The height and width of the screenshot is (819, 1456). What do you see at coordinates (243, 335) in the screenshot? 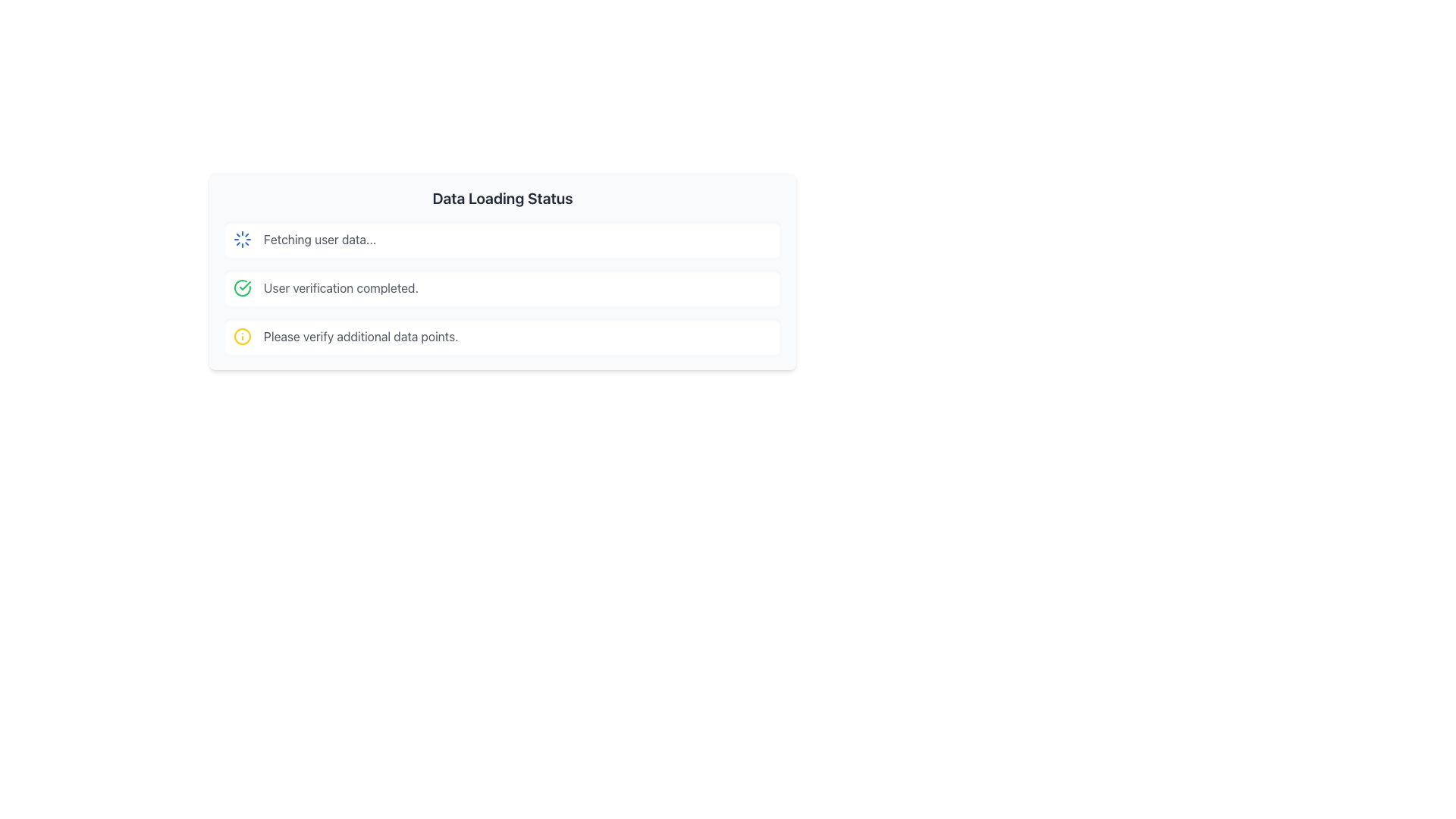
I see `the circular information icon with a yellow outline located in the third line of the section titled 'Please verify additional data points'` at bounding box center [243, 335].